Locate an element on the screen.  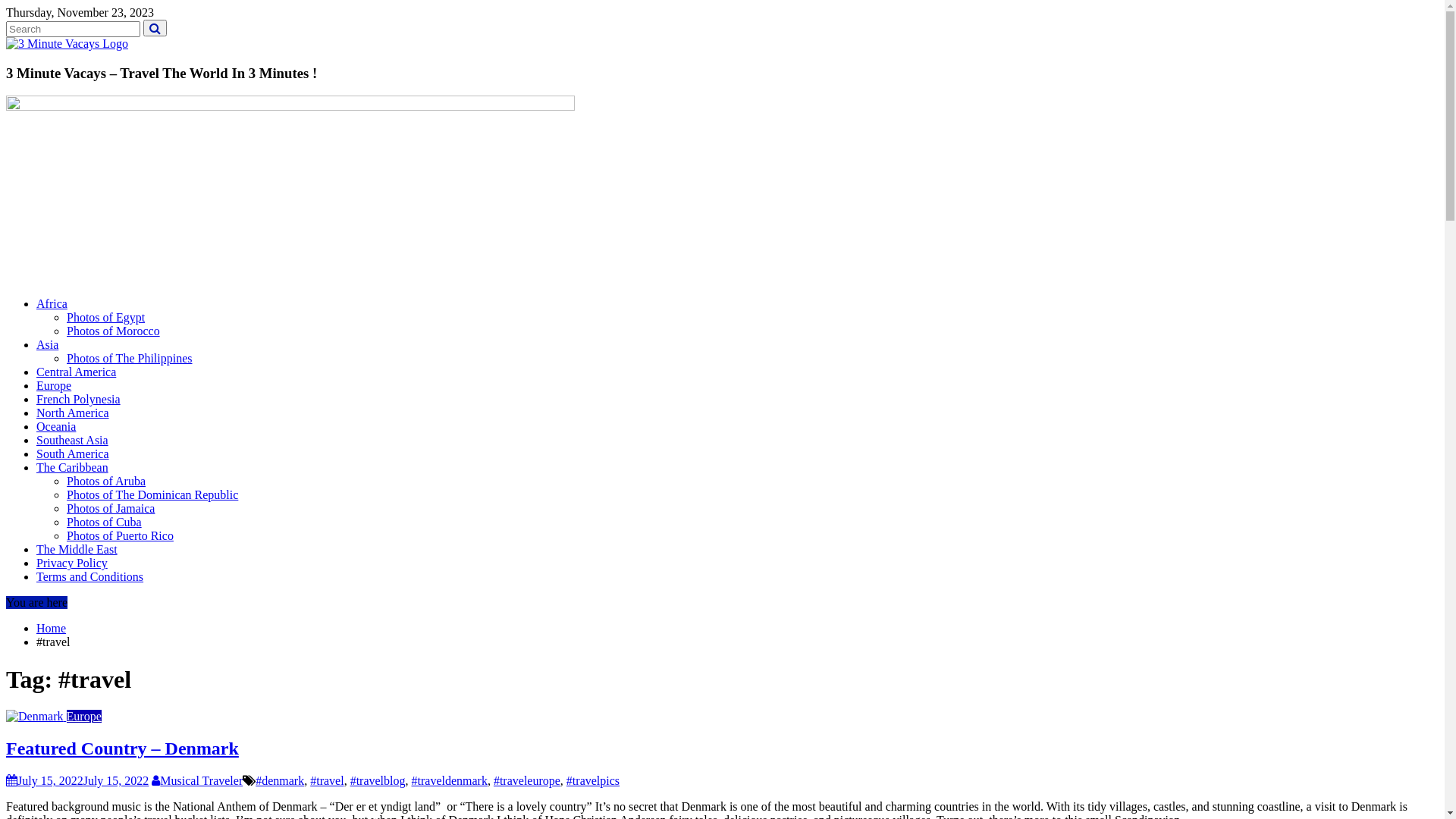
'Photos of Morocco' is located at coordinates (65, 330).